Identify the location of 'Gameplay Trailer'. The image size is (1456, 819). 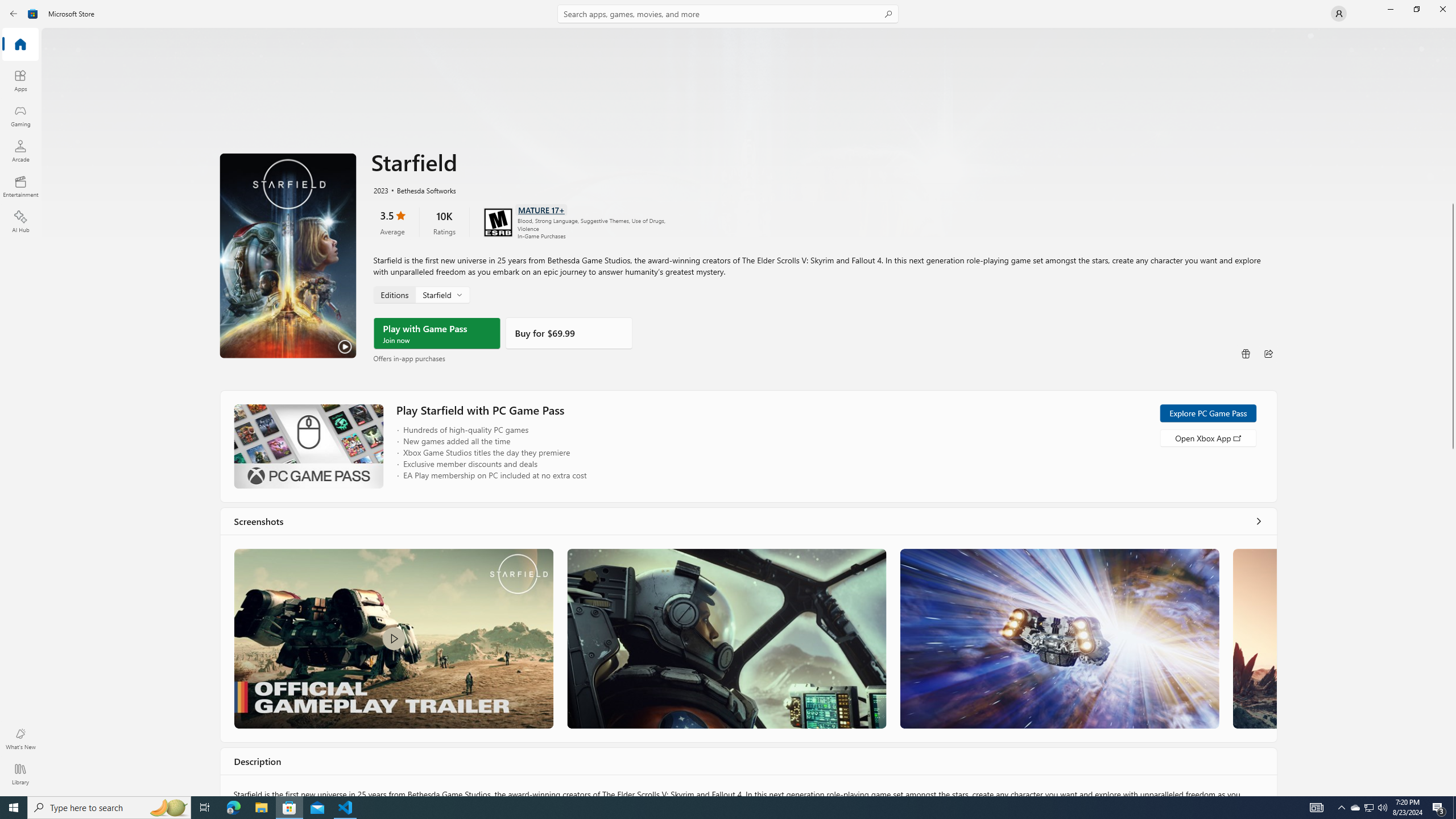
(394, 638).